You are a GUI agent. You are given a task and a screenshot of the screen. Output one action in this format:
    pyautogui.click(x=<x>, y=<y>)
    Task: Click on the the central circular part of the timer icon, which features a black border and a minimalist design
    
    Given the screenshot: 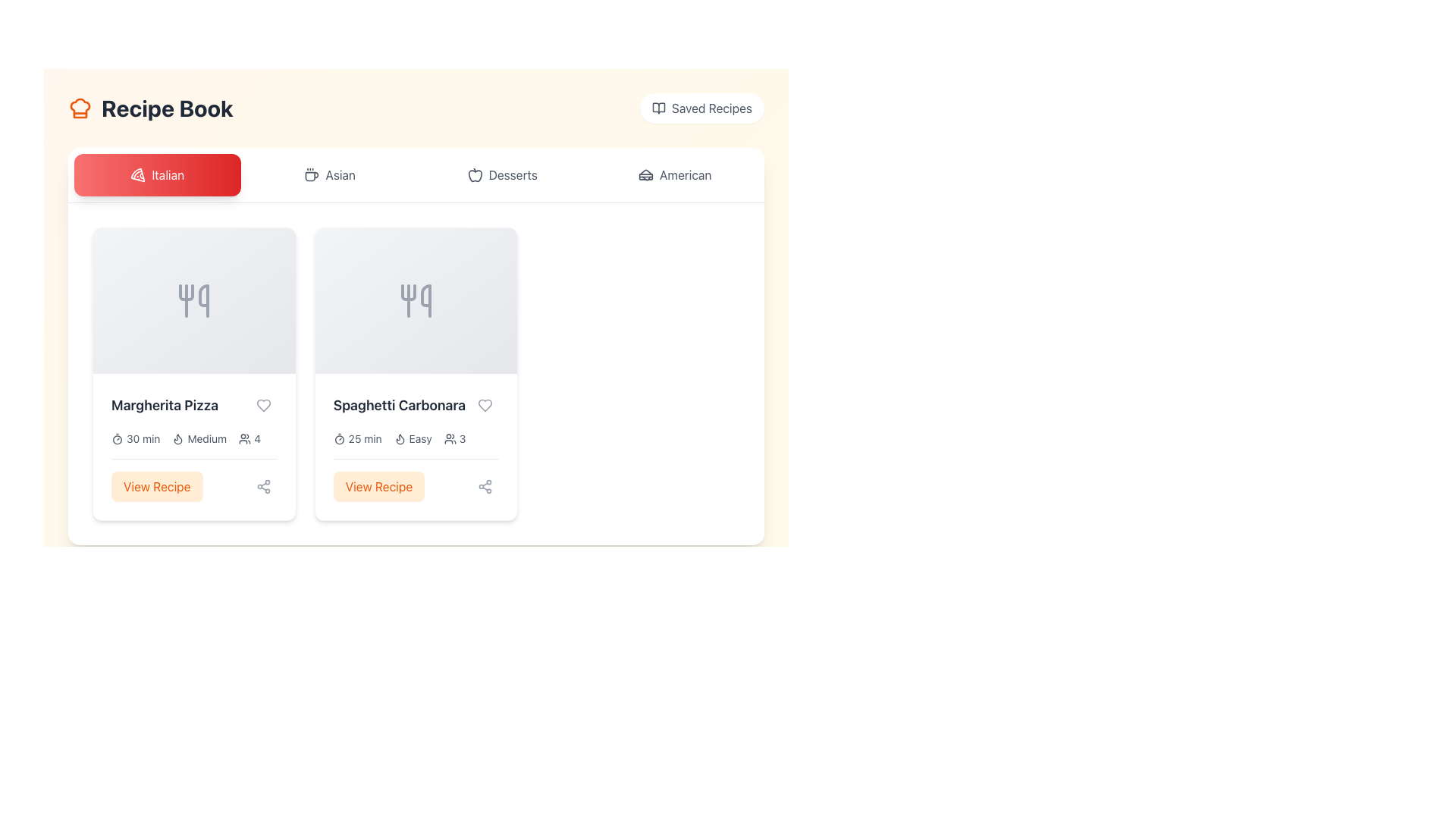 What is the action you would take?
    pyautogui.click(x=338, y=440)
    